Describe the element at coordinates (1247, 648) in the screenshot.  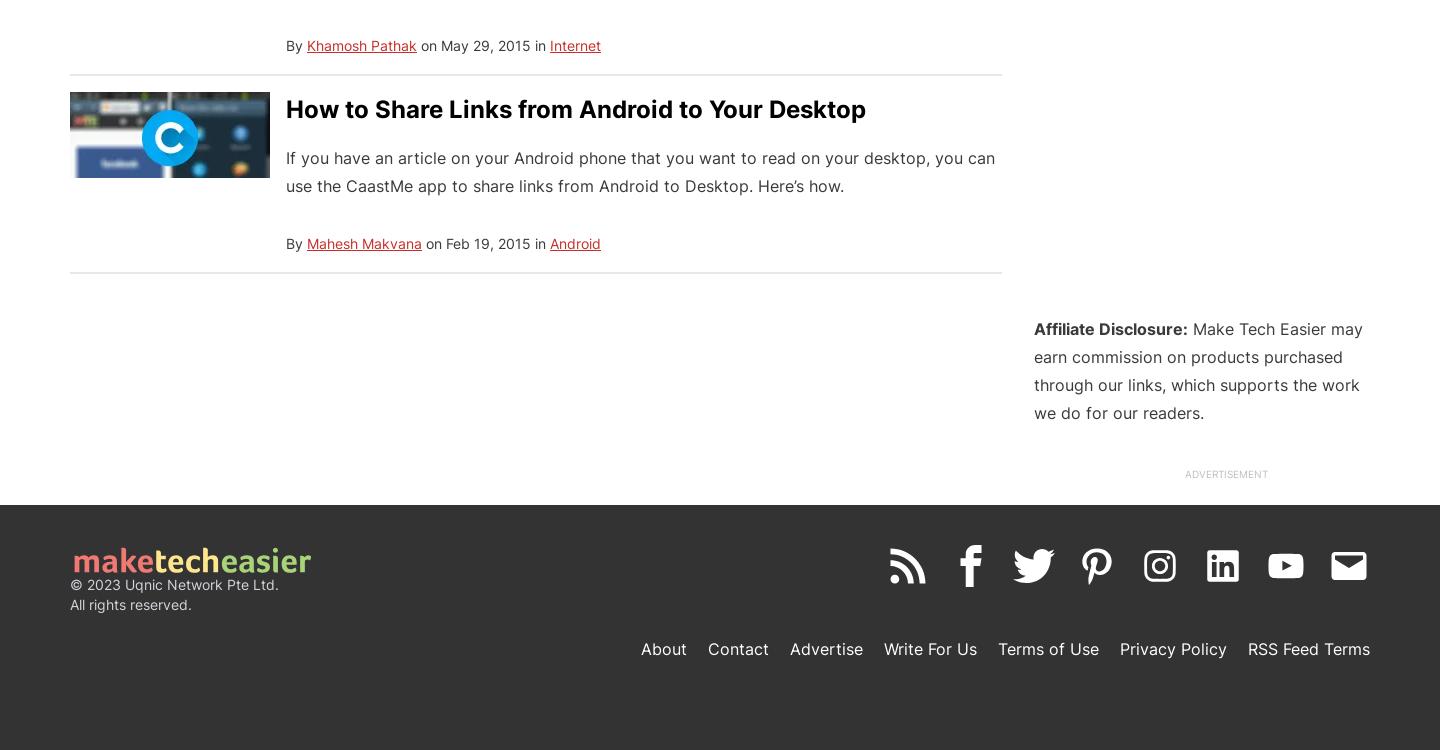
I see `'RSS Feed Terms'` at that location.